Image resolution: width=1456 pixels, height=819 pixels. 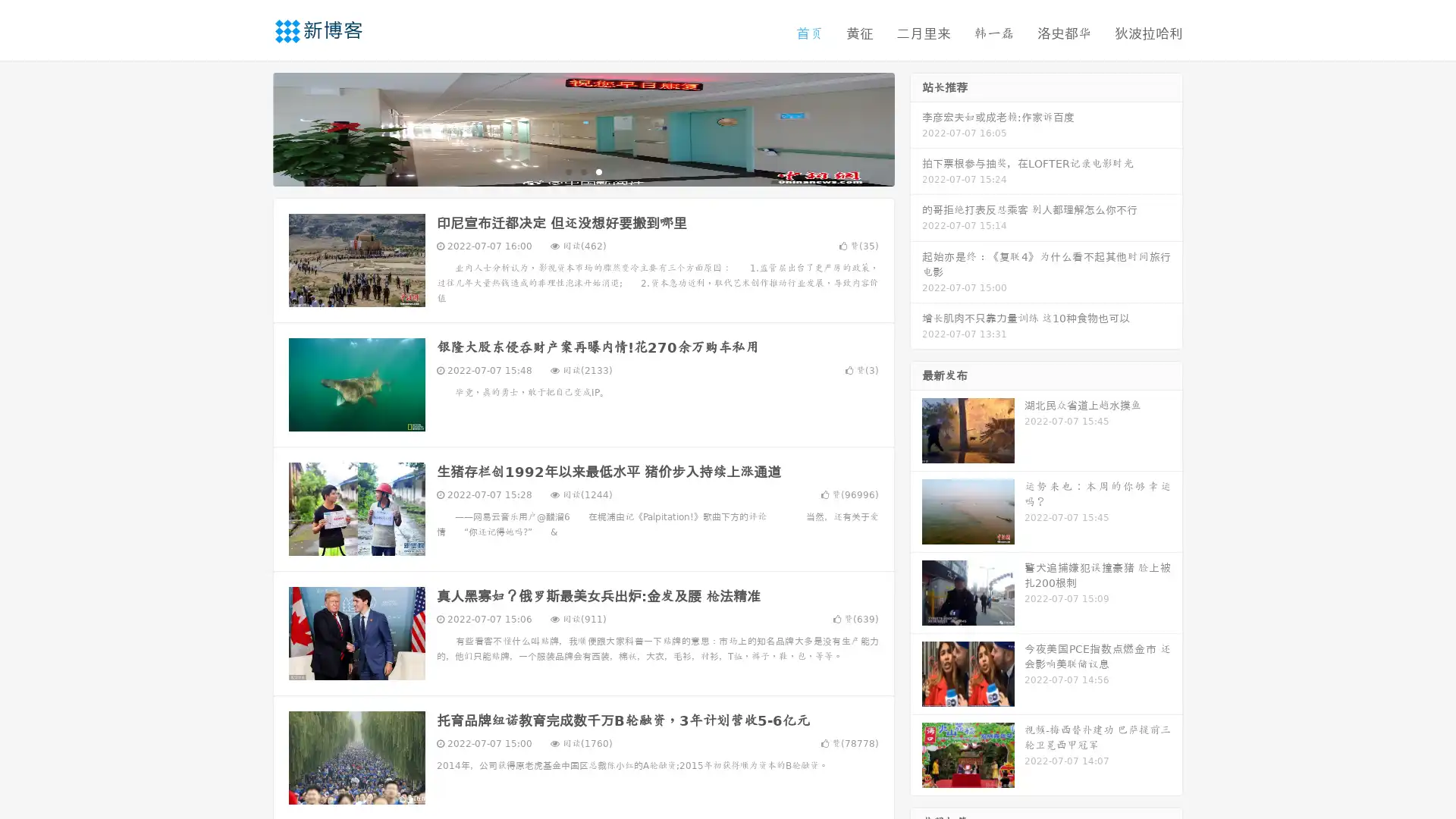 I want to click on Go to slide 3, so click(x=598, y=171).